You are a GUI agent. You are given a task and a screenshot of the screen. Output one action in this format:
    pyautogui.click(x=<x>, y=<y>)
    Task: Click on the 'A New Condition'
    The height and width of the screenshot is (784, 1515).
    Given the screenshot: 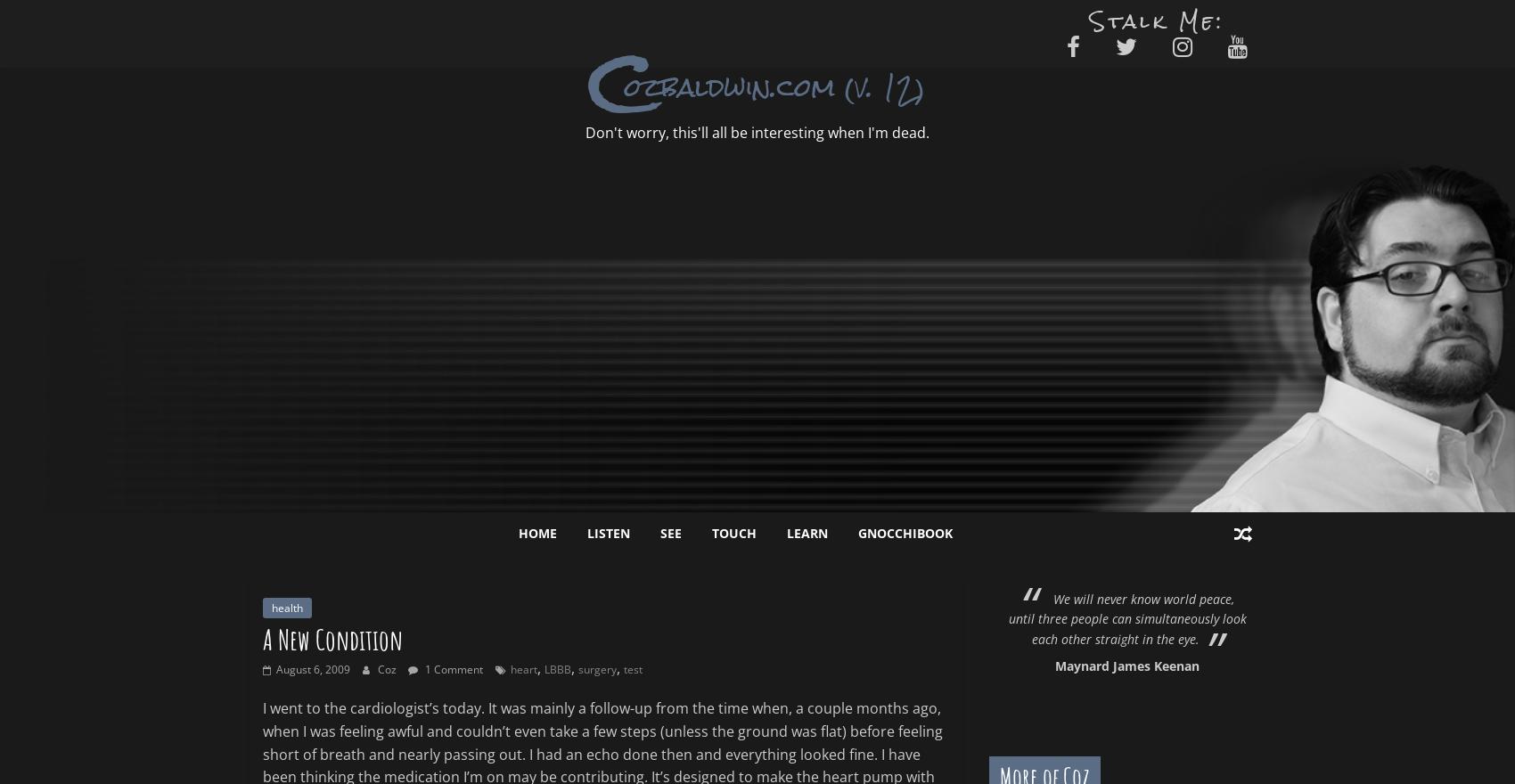 What is the action you would take?
    pyautogui.click(x=332, y=639)
    